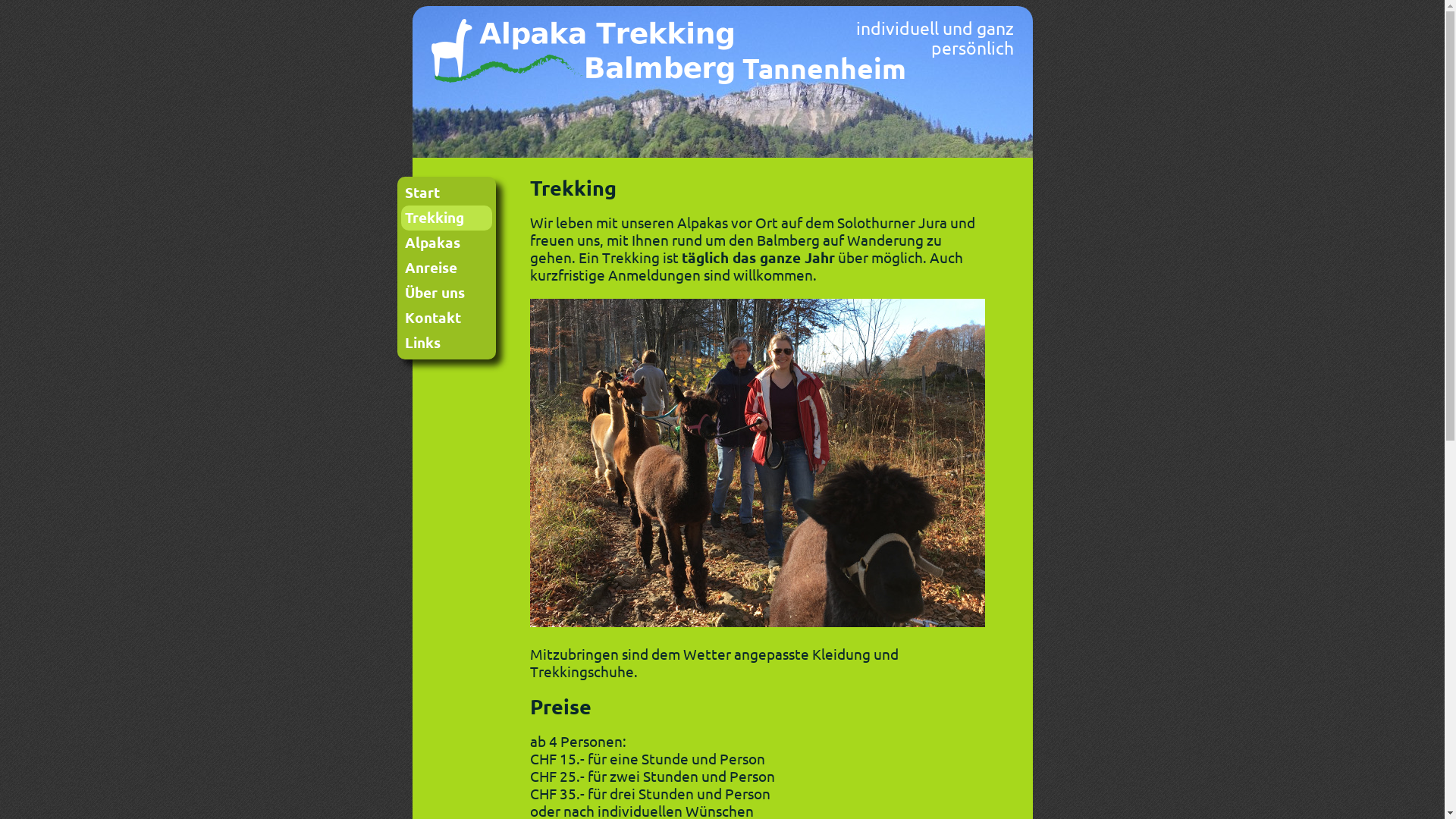 The image size is (1456, 819). Describe the element at coordinates (445, 267) in the screenshot. I see `'Anreise'` at that location.